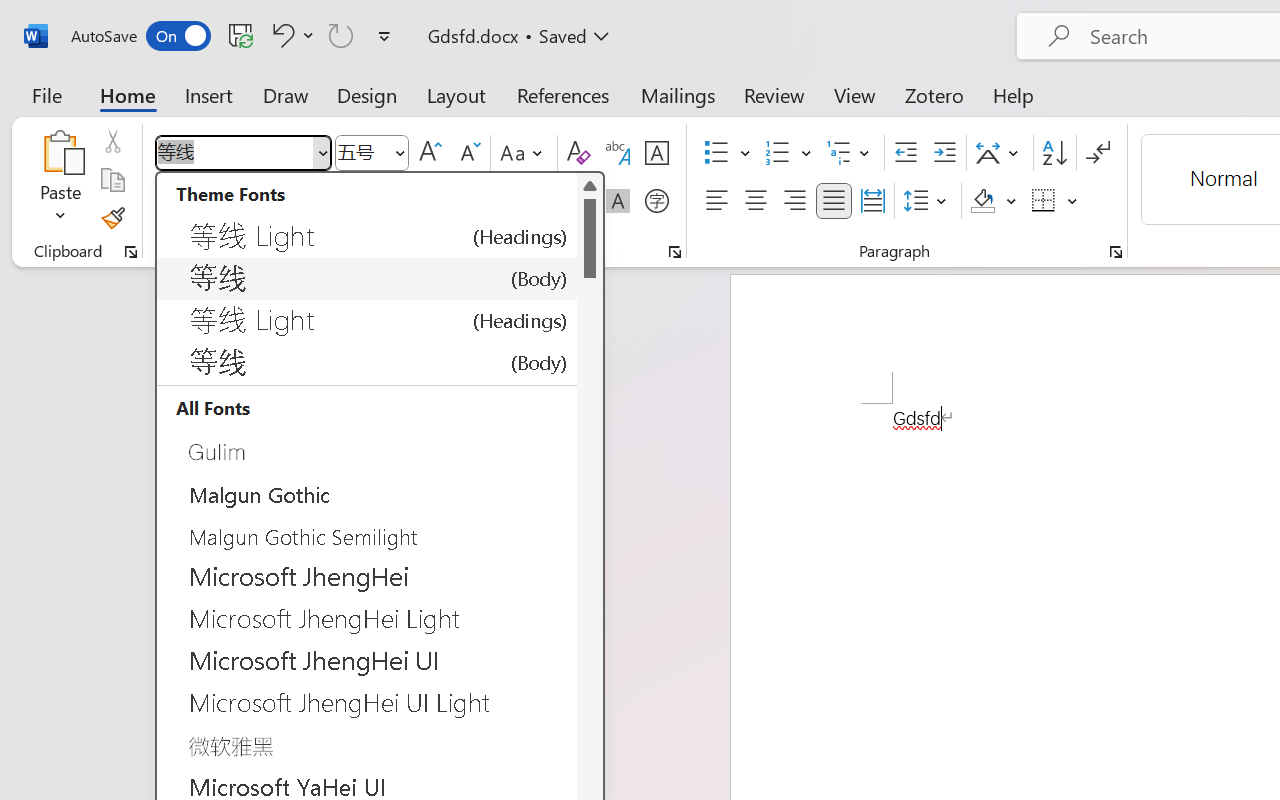 The image size is (1280, 800). What do you see at coordinates (993, 201) in the screenshot?
I see `'Shading'` at bounding box center [993, 201].